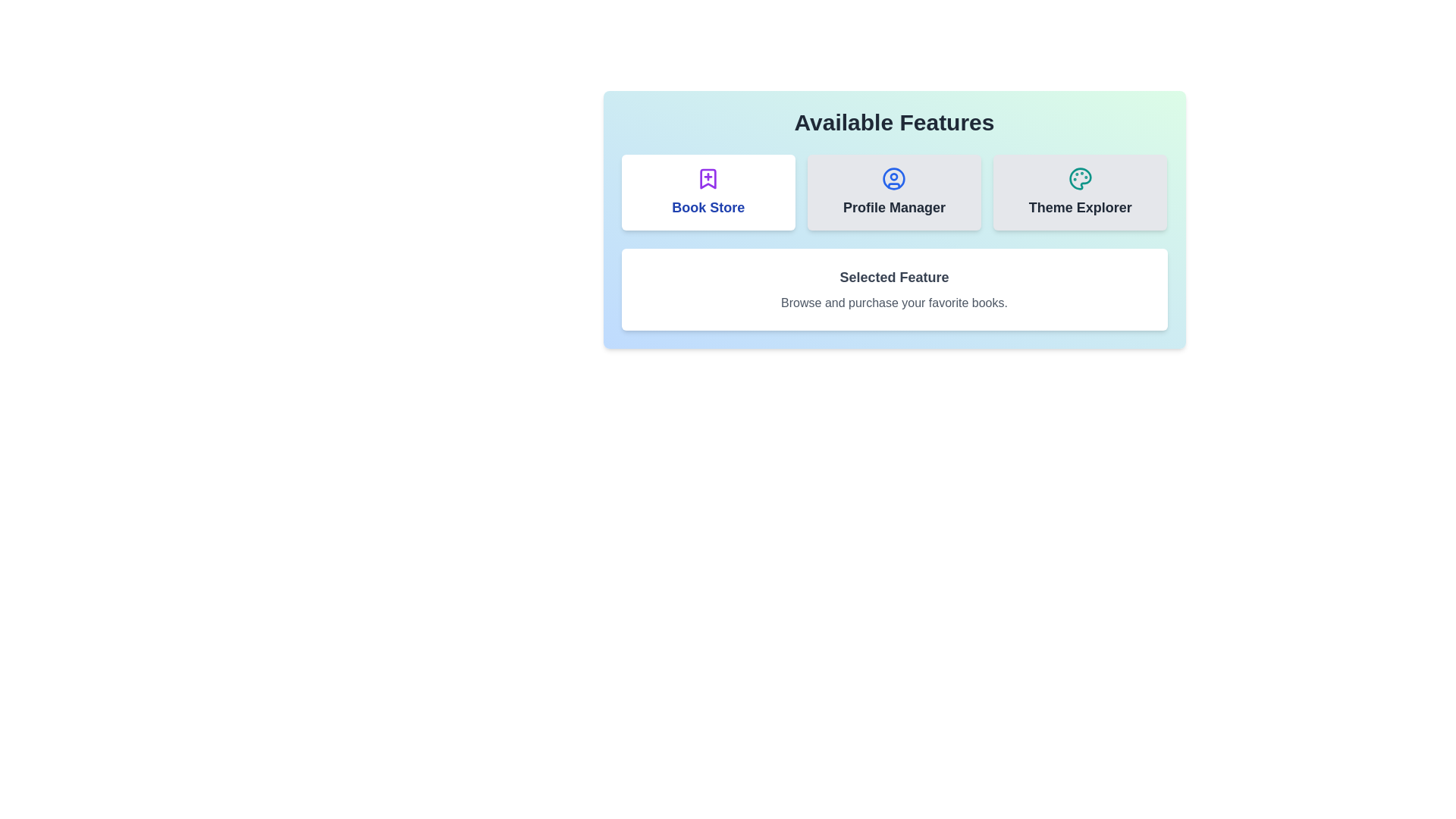 This screenshot has height=819, width=1456. I want to click on text displayed in the 'Profile Manager' label, which is bold and large, located below the user profile icon in the second feature card, so click(894, 207).